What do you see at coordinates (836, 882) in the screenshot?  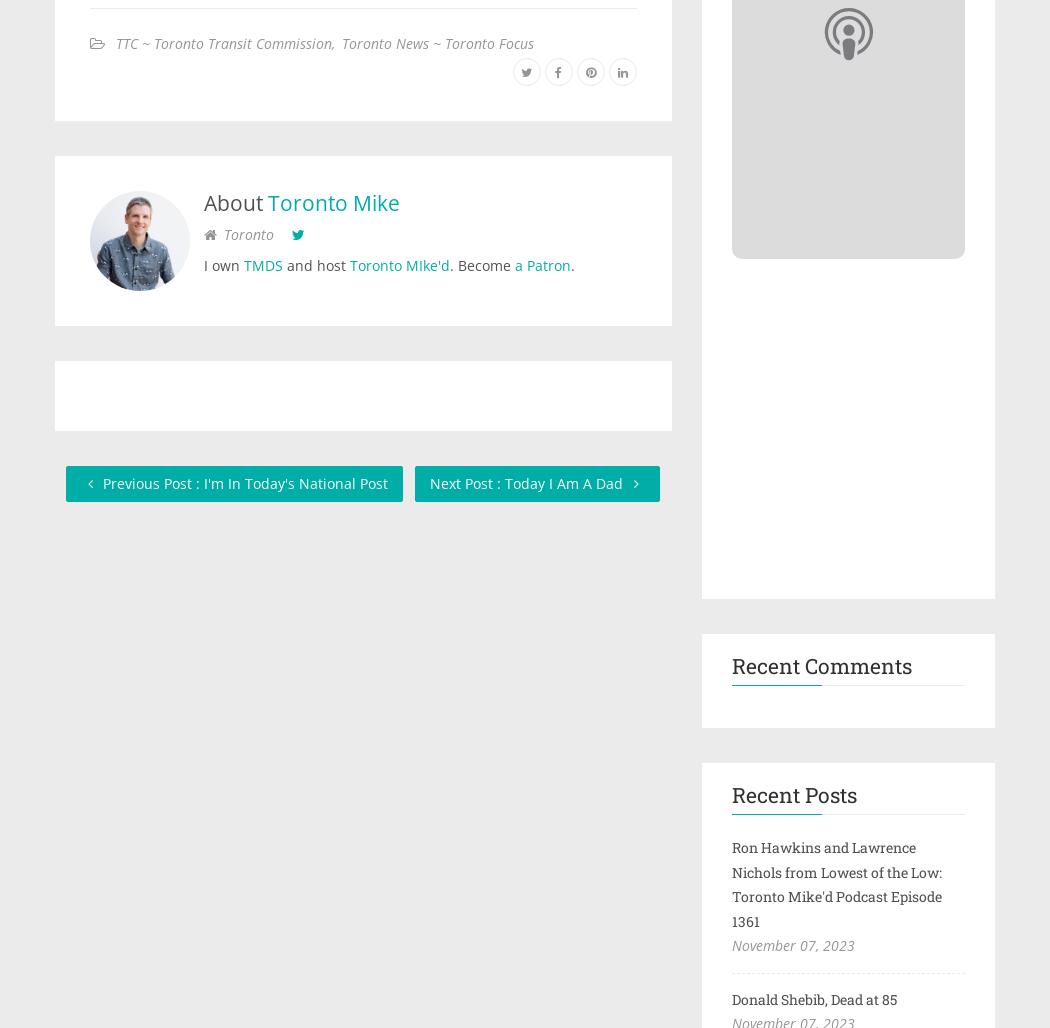 I see `'Ron Hawkins and Lawrence Nichols from Lowest of the Low: Toronto Mike'd Podcast Episode 1361'` at bounding box center [836, 882].